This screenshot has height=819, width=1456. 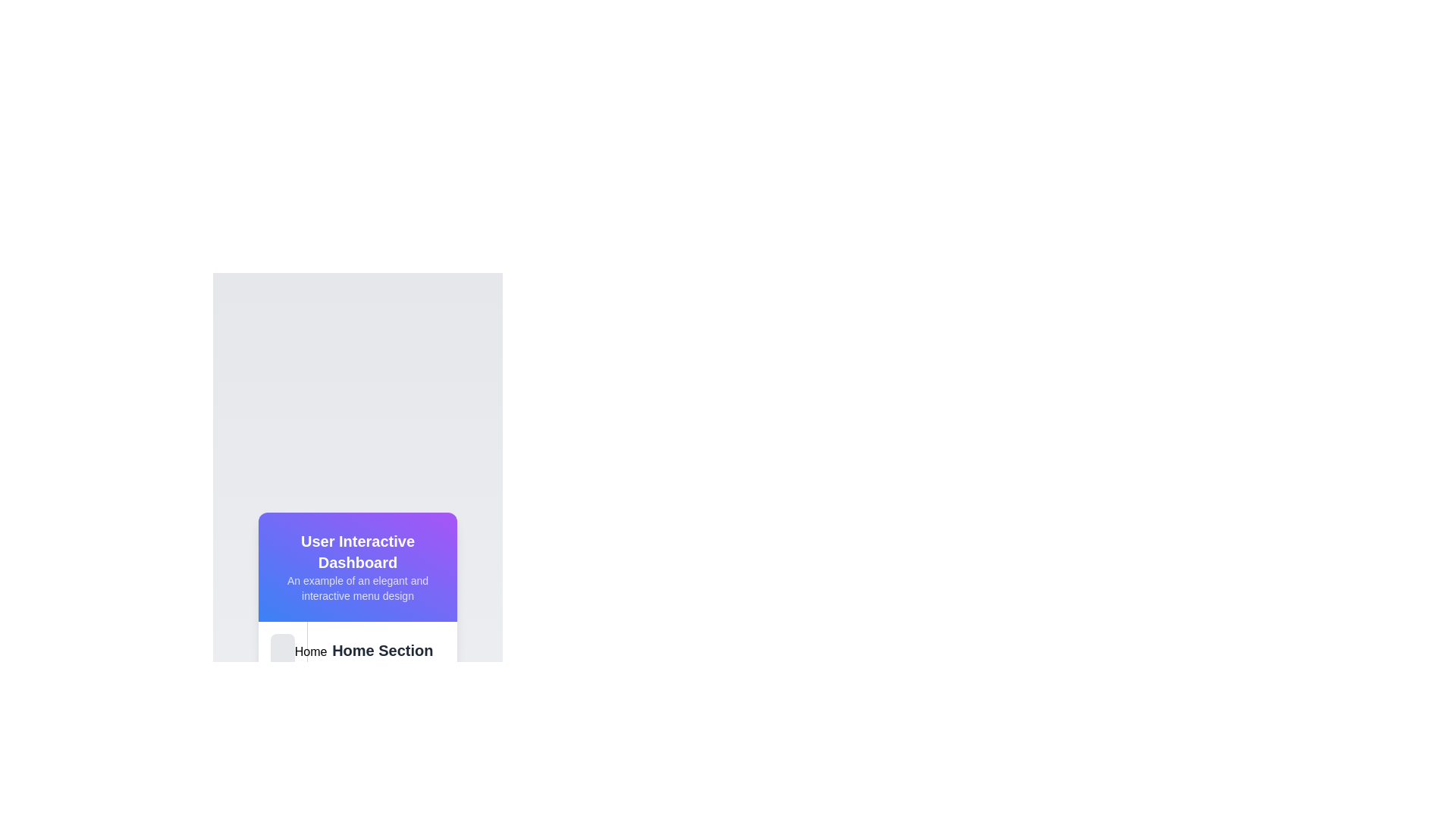 I want to click on the Header box that displays a gradient background with the title 'User Interactive Dashboard' and the description 'An example of an elegant and interactive menu design.', so click(x=356, y=567).